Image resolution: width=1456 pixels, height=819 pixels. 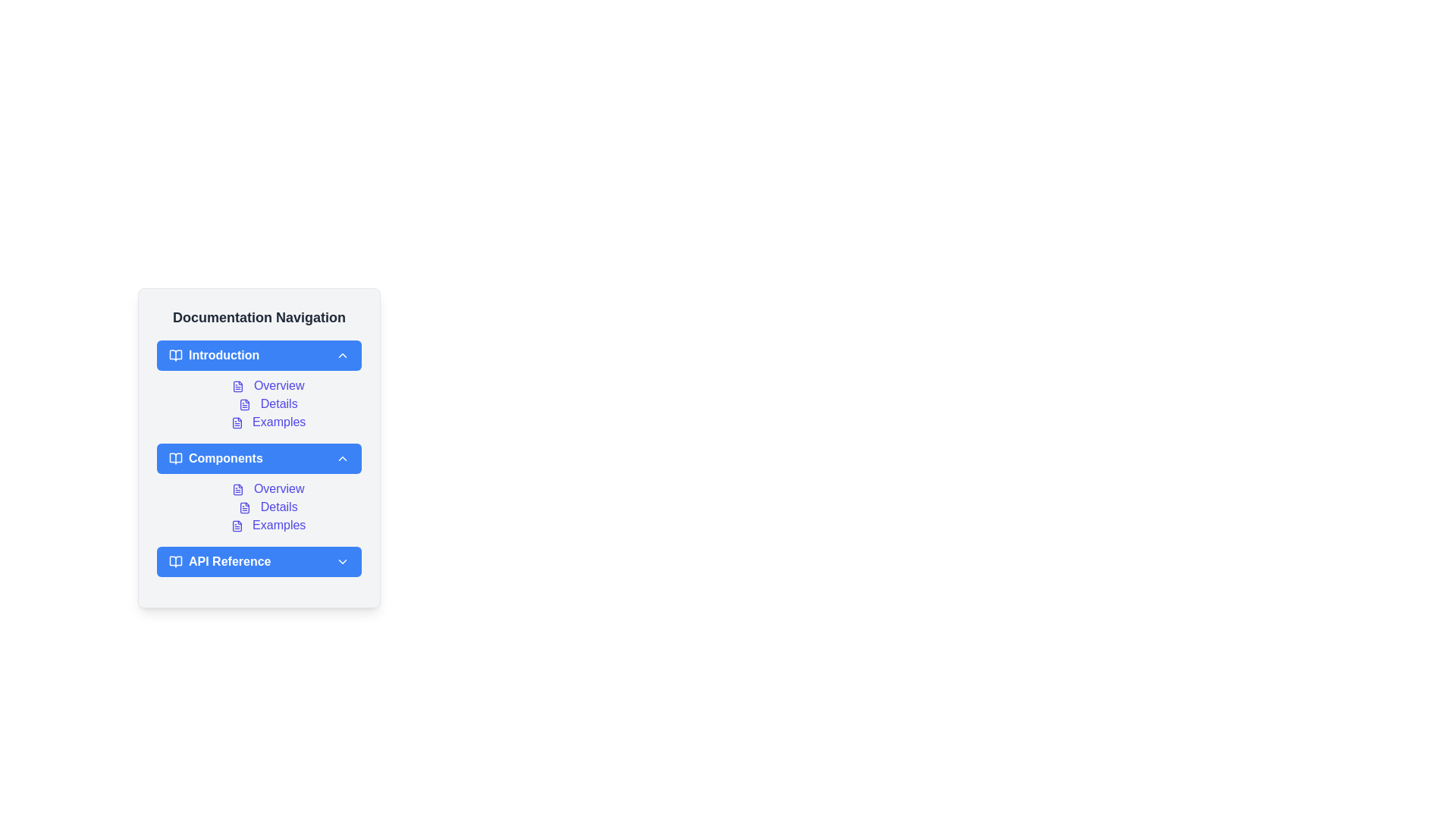 What do you see at coordinates (237, 489) in the screenshot?
I see `the document icon with a rectangular shape and a folded corner, located immediately to the left of the 'Overview' text in the 'Components' section` at bounding box center [237, 489].